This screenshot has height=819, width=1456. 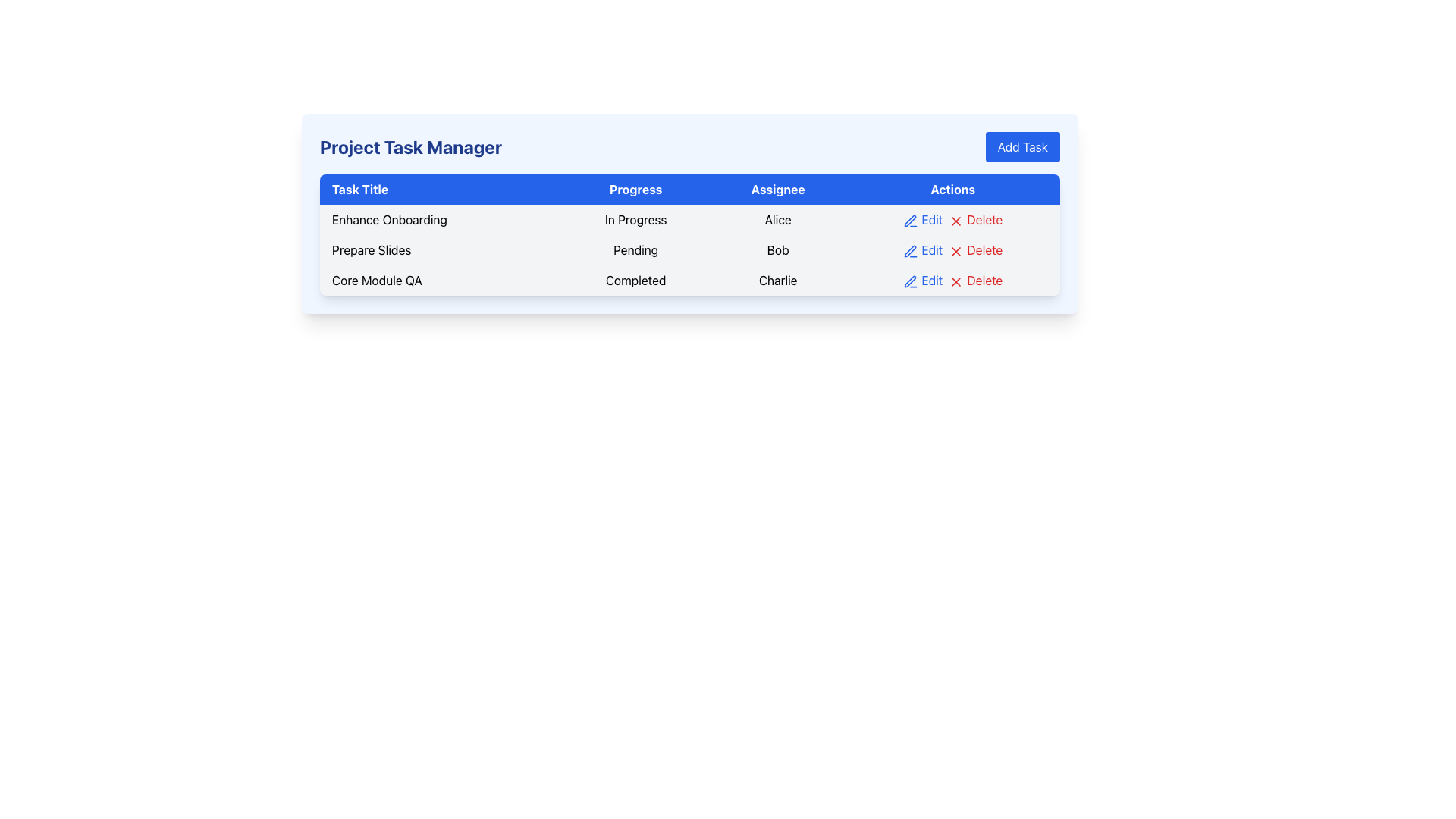 What do you see at coordinates (440, 219) in the screenshot?
I see `the text element labeled 'Enhance Onboarding', which is the first item under the 'Task Title' header, styled with black text on a light gray background` at bounding box center [440, 219].